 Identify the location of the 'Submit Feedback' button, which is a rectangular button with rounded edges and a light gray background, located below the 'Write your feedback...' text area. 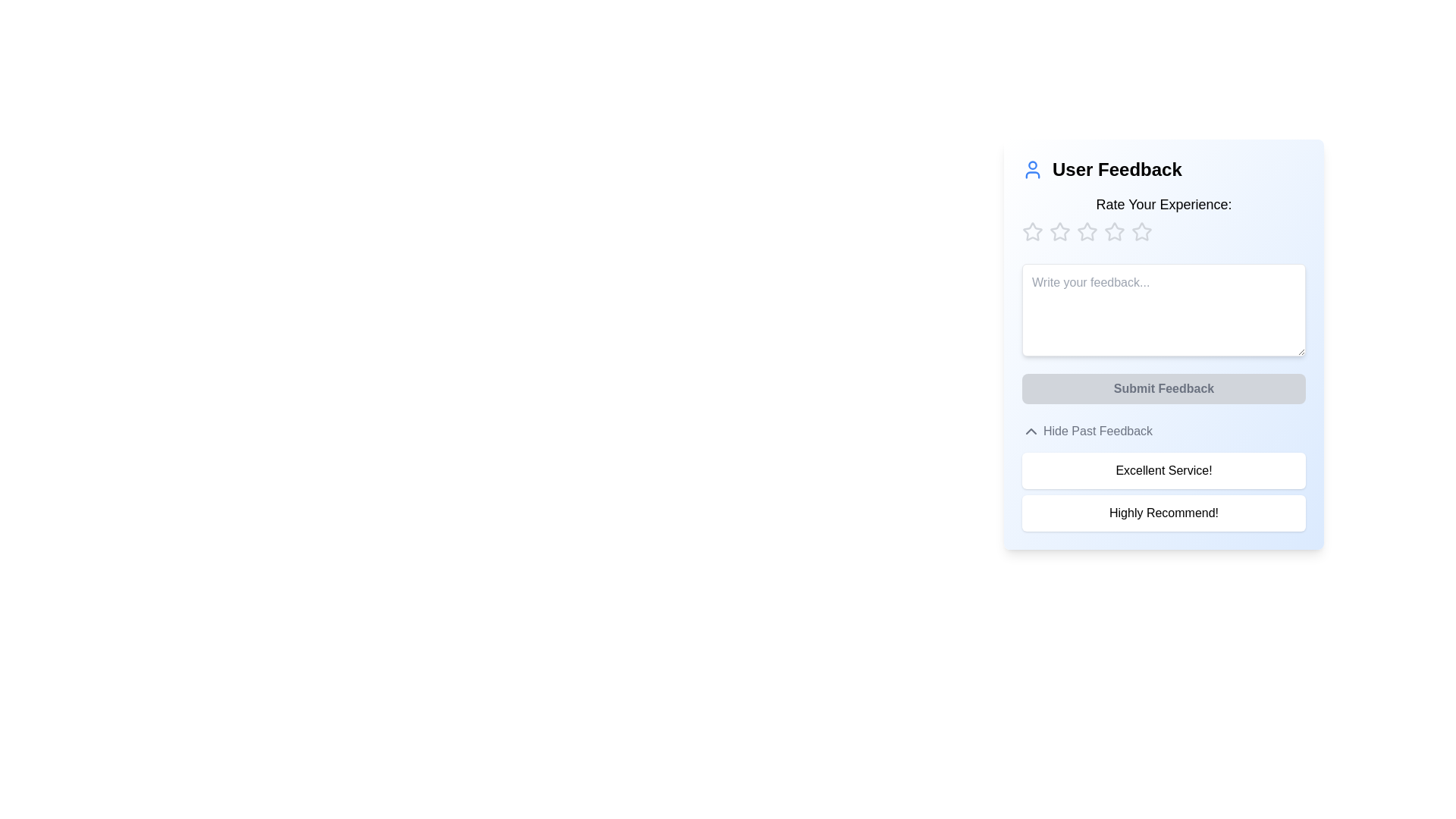
(1163, 388).